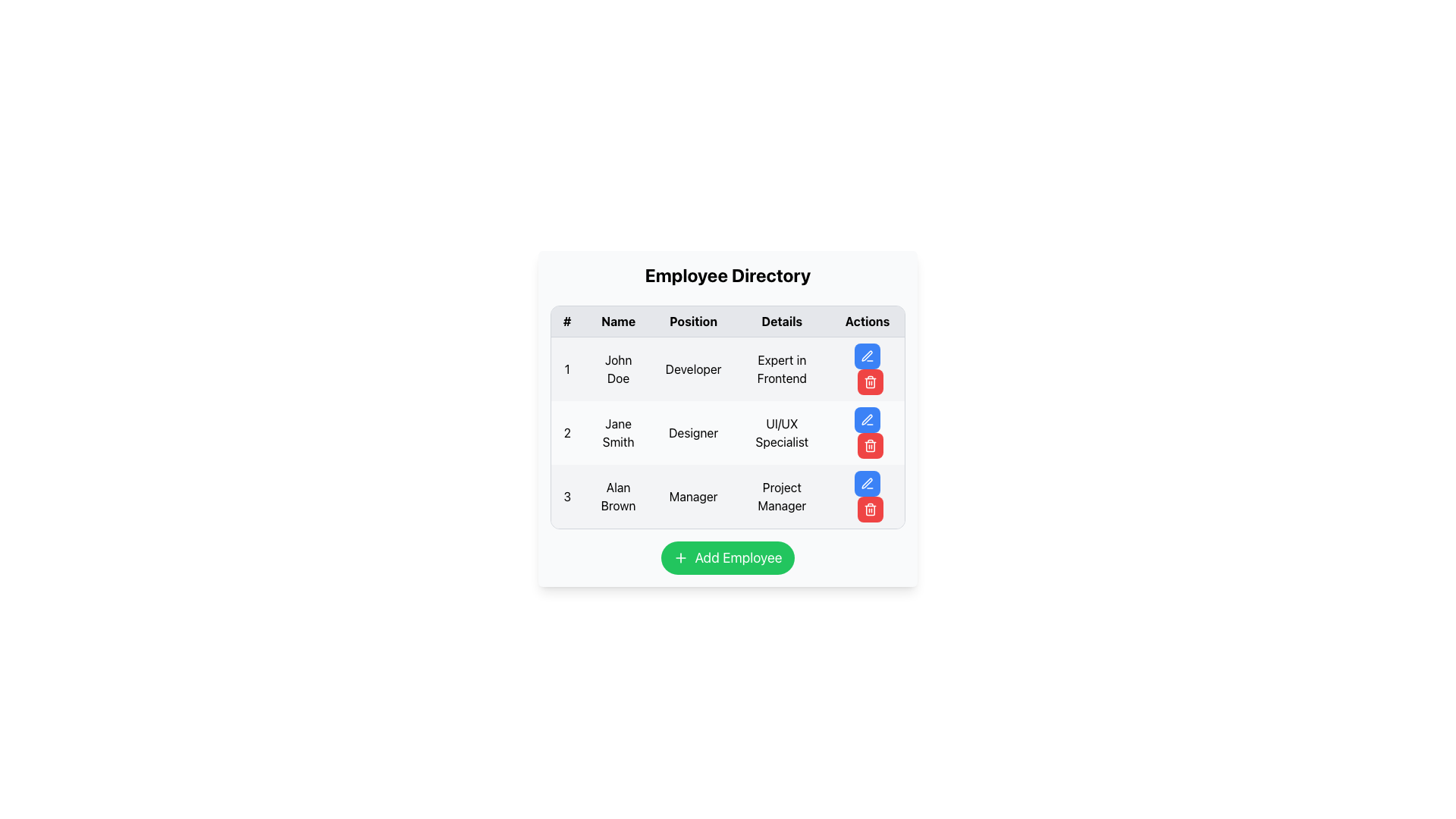 The image size is (1456, 819). I want to click on the delete button located in the last row labeled '3', which is associated with 'Alan Brown', so click(868, 497).